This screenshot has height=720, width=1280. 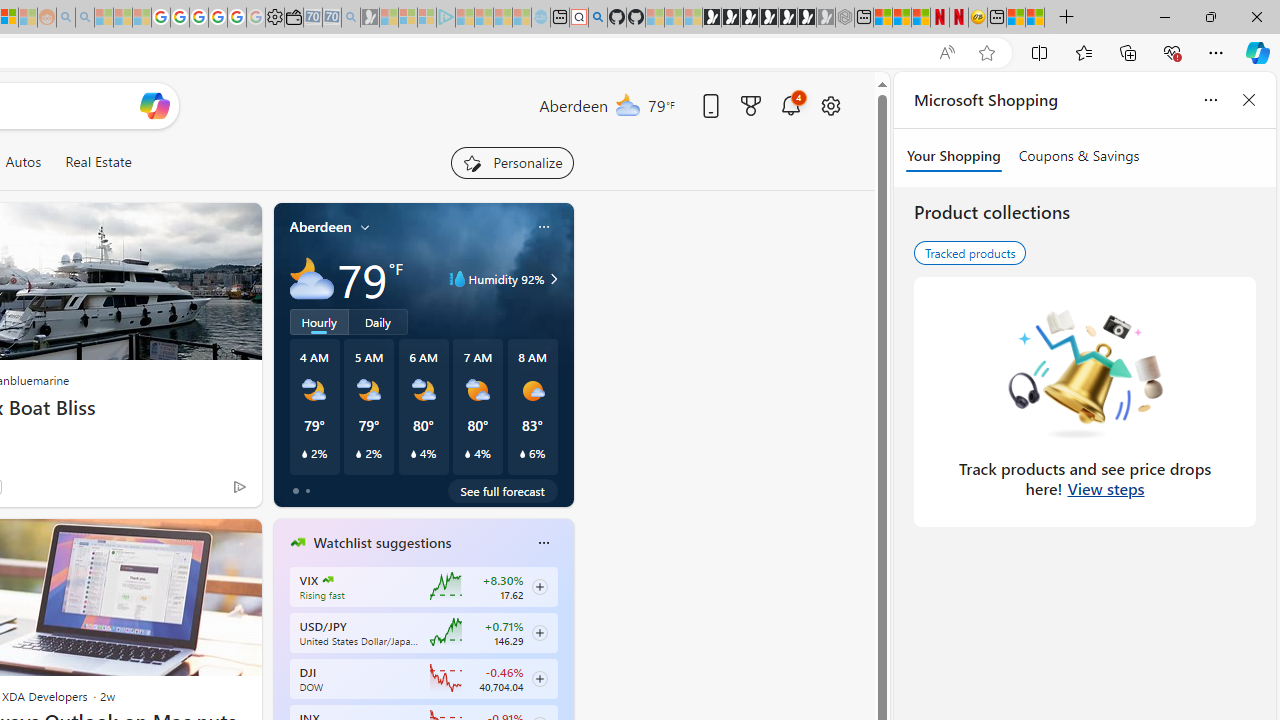 What do you see at coordinates (83, 17) in the screenshot?
I see `'Utah sues federal government - Search - Sleeping'` at bounding box center [83, 17].